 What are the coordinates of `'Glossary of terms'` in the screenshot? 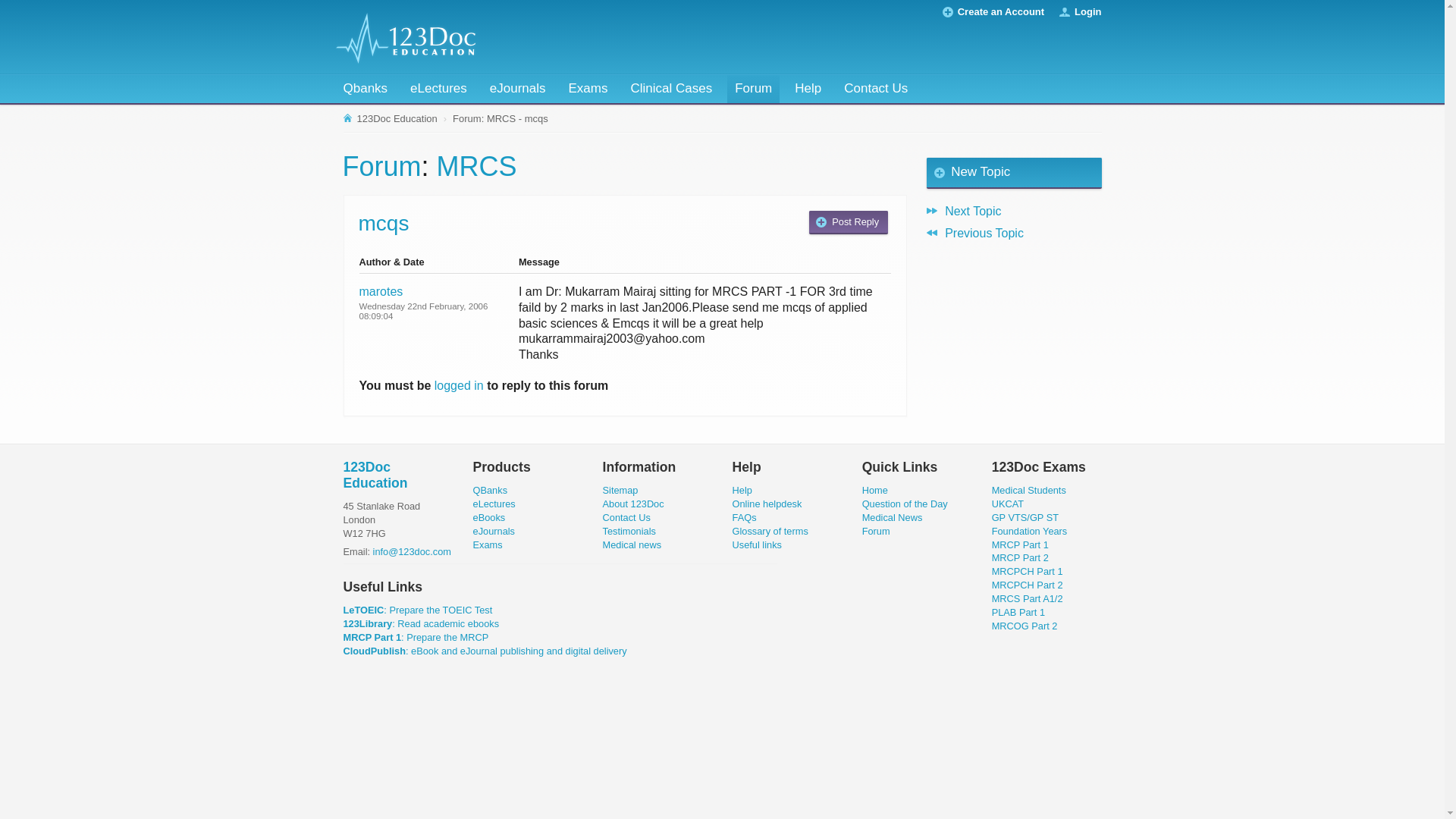 It's located at (732, 530).